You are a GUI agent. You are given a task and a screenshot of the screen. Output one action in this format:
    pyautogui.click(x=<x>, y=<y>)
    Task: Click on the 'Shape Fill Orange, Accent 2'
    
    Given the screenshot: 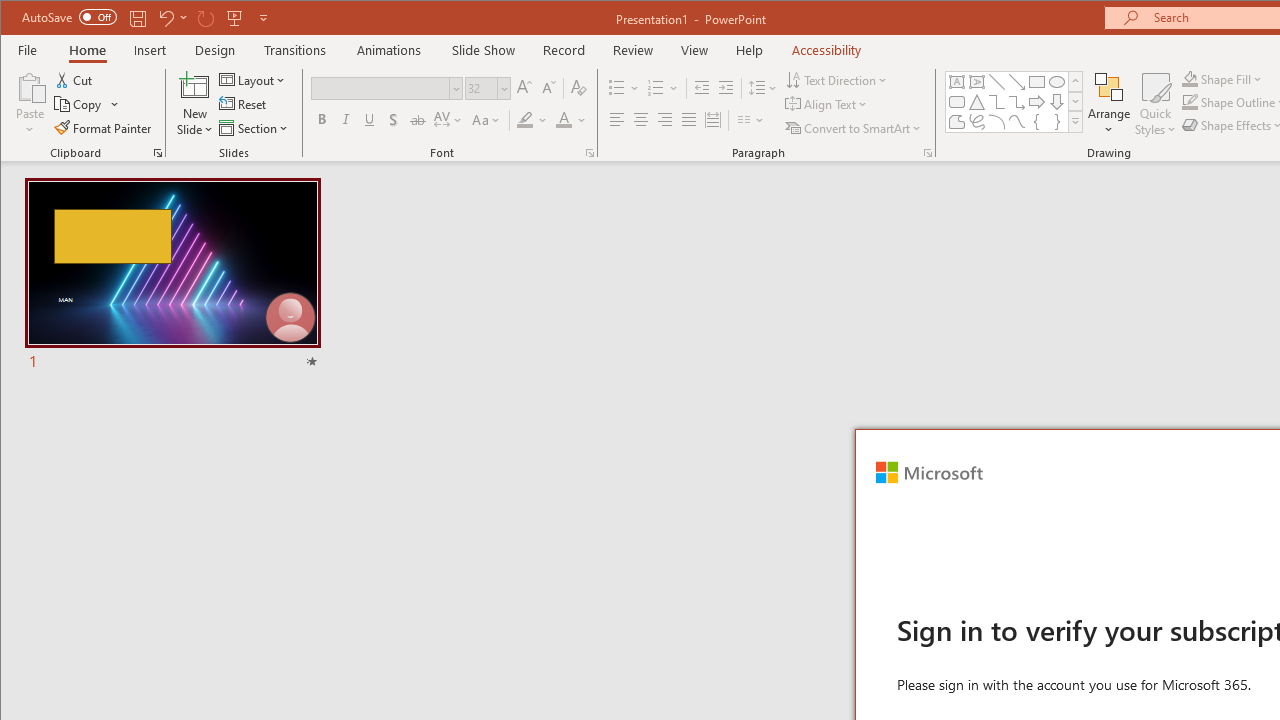 What is the action you would take?
    pyautogui.click(x=1189, y=78)
    